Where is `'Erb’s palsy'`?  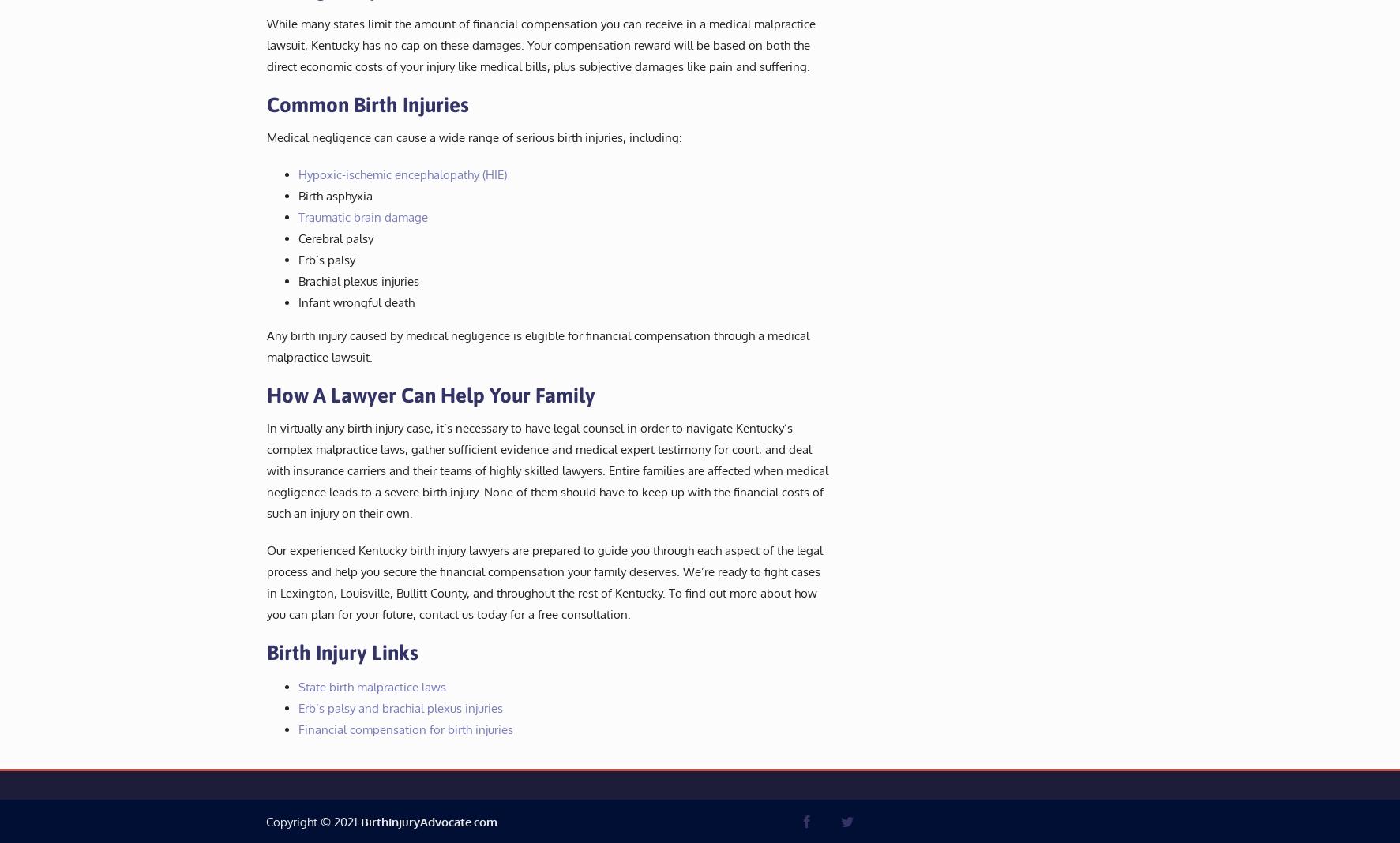 'Erb’s palsy' is located at coordinates (325, 258).